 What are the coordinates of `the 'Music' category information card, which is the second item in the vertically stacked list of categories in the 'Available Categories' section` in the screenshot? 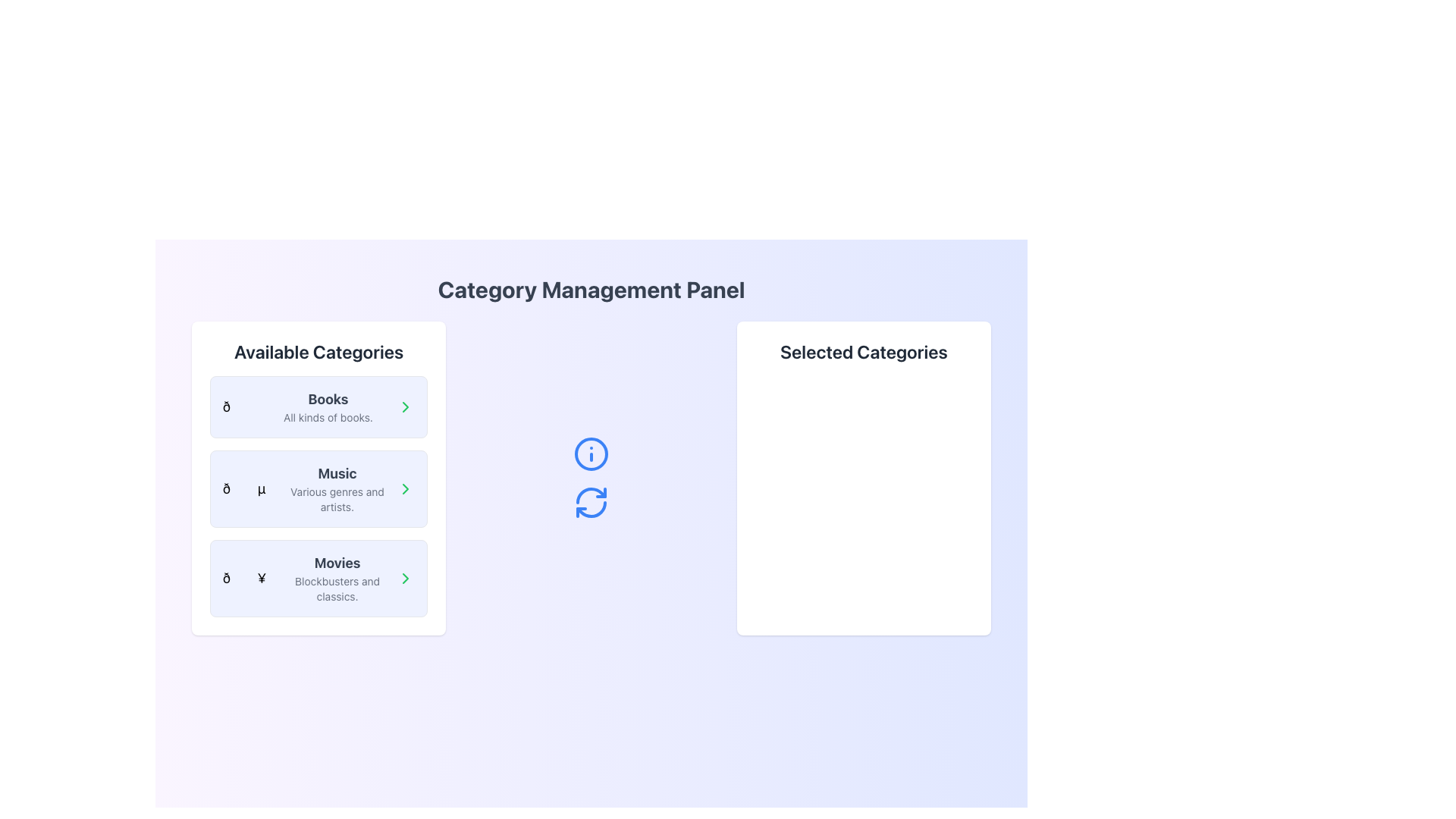 It's located at (318, 488).